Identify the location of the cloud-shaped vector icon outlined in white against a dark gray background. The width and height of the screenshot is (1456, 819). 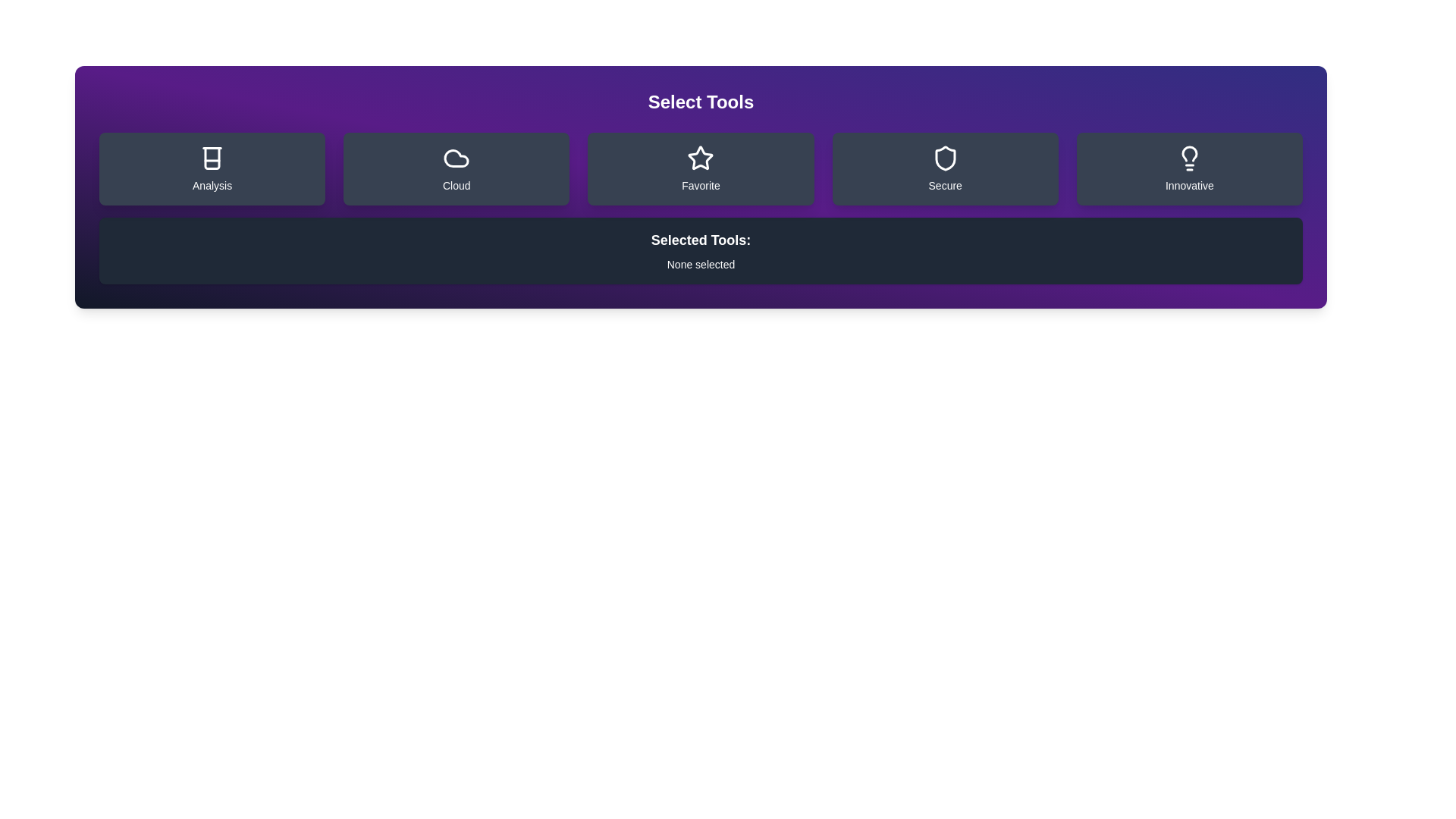
(456, 158).